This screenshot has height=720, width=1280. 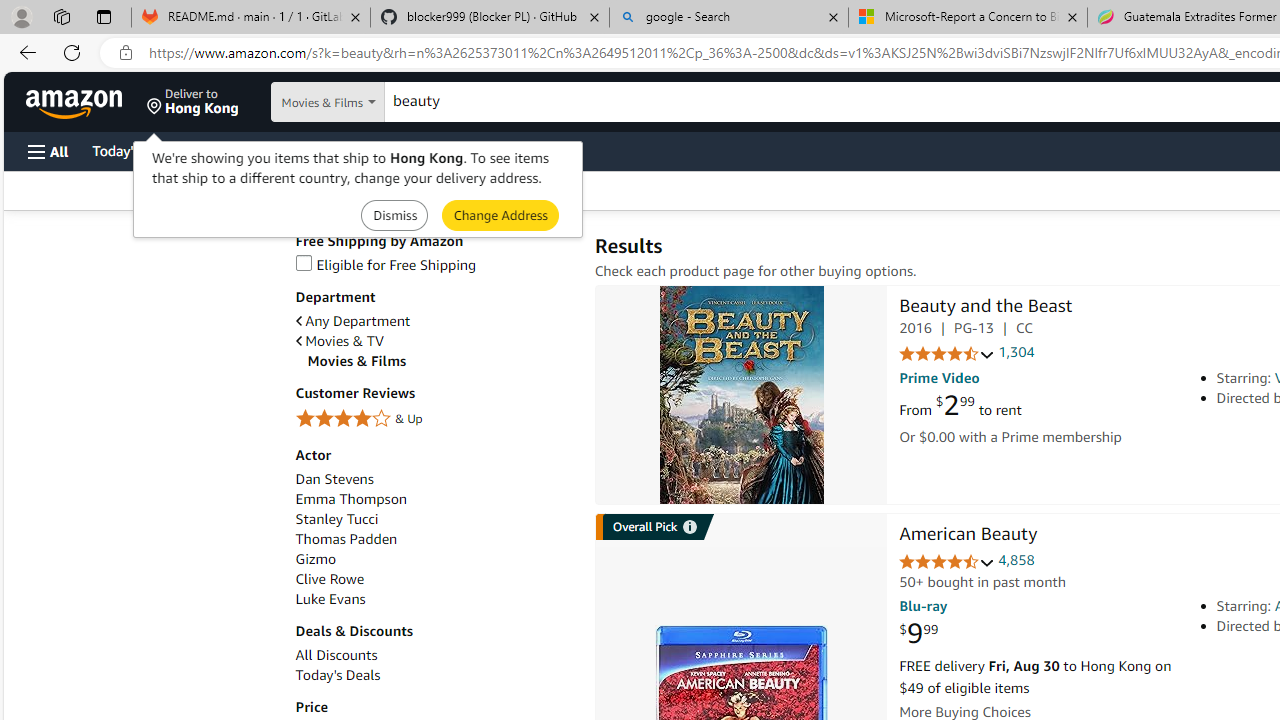 I want to click on '4 Stars & Up', so click(x=433, y=418).